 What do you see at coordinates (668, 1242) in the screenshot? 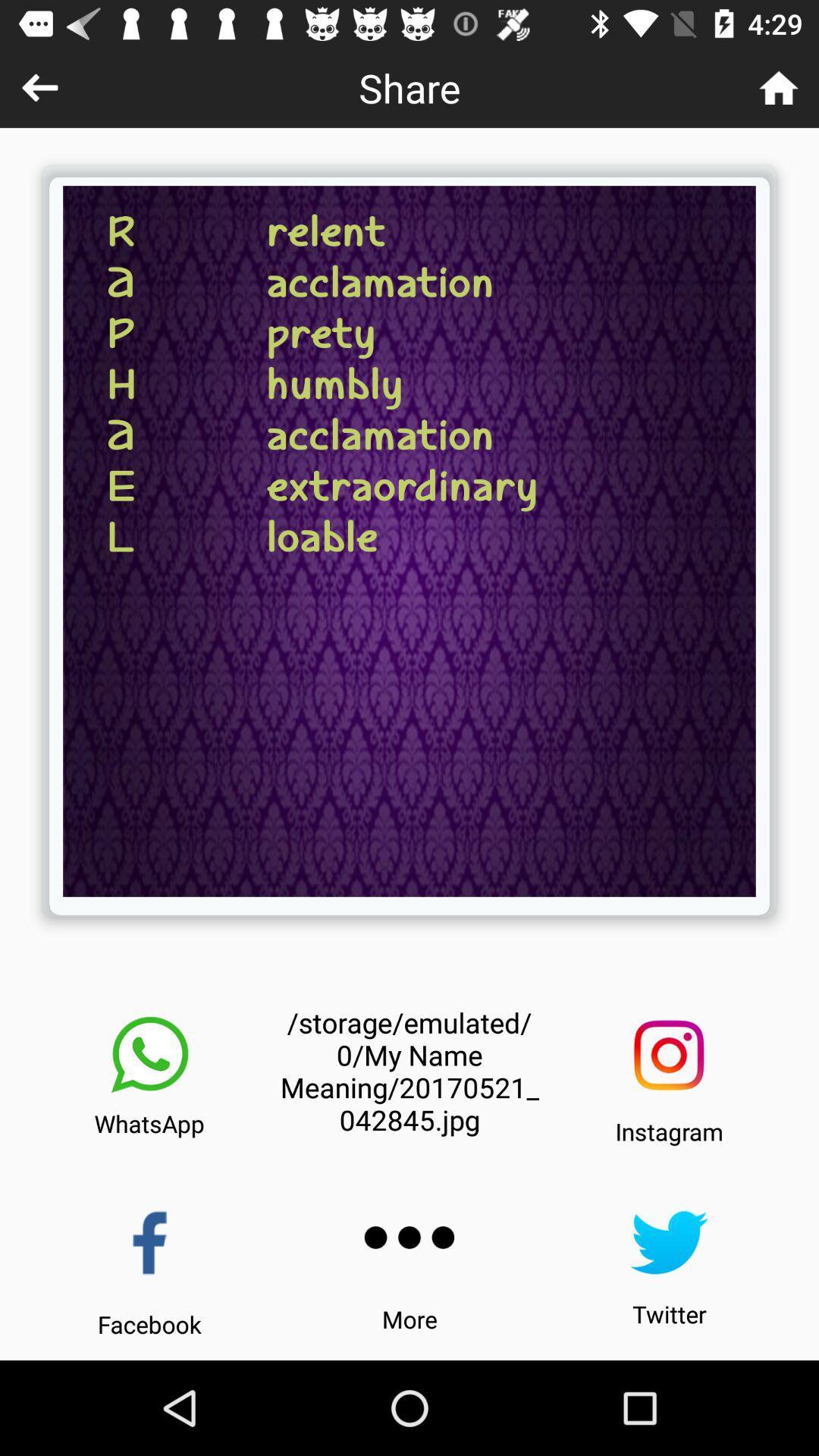
I see `item below instagram item` at bounding box center [668, 1242].